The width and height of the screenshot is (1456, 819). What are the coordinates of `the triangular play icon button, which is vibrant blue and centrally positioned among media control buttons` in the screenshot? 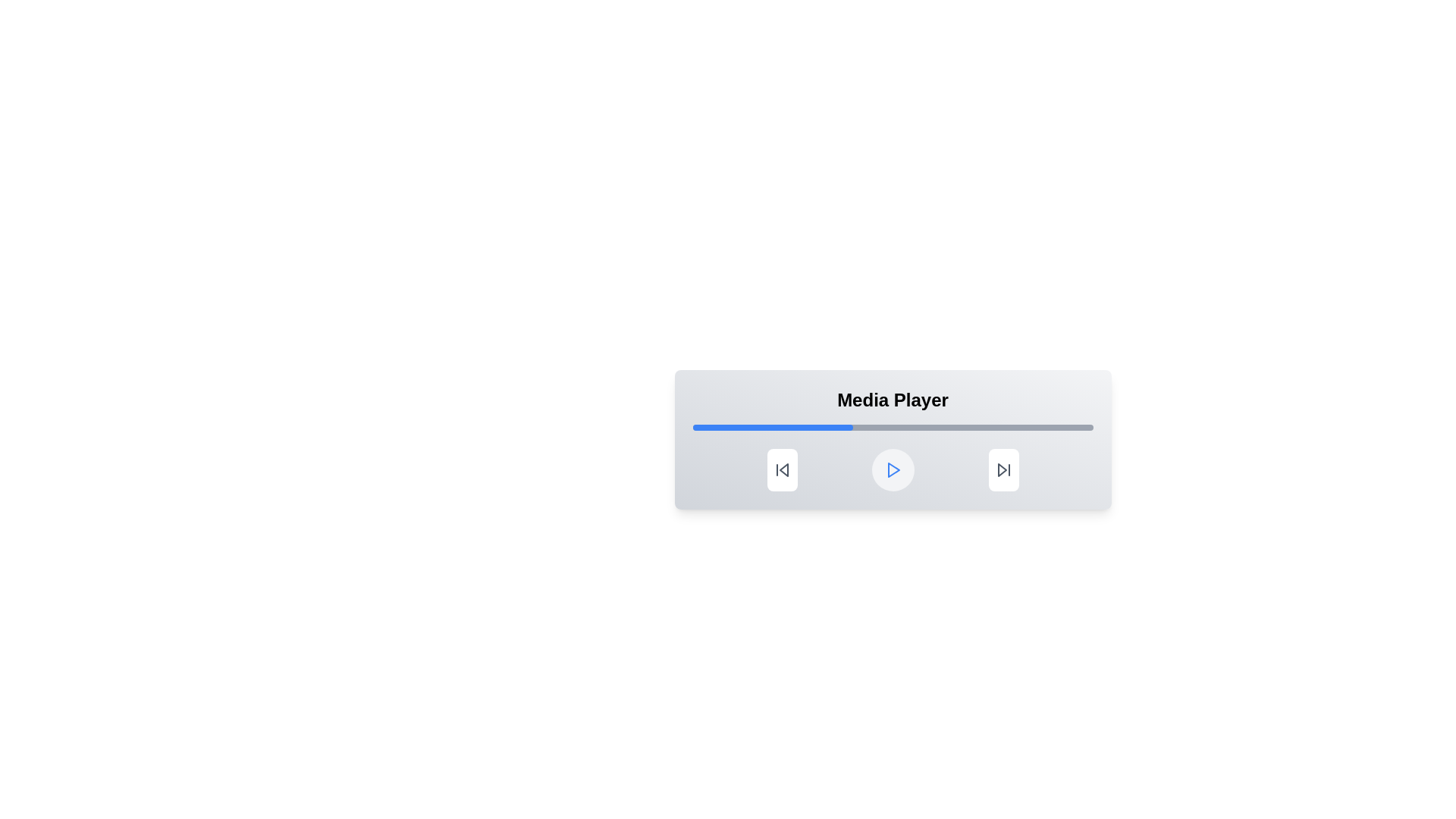 It's located at (893, 469).